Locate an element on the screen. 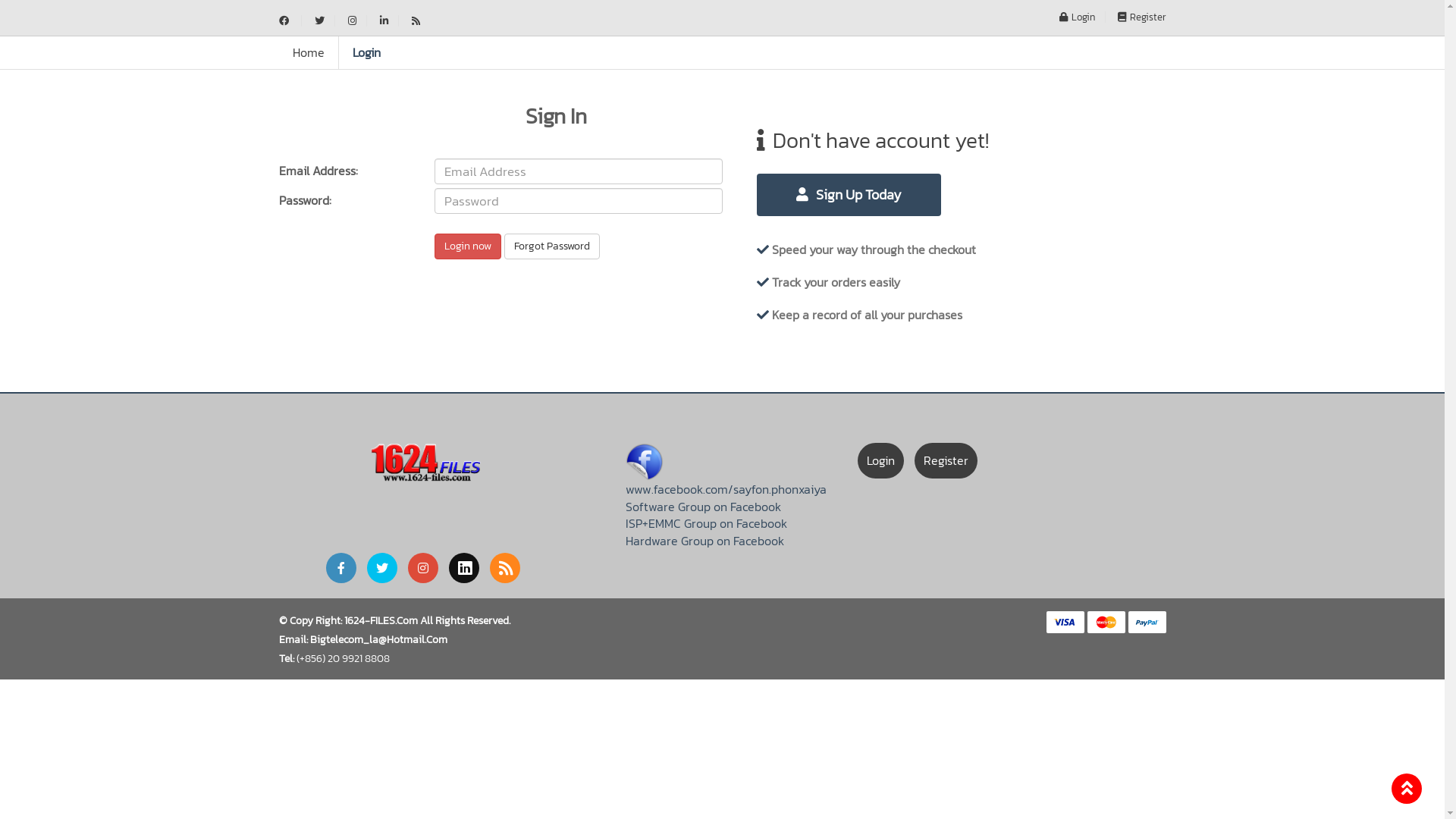 This screenshot has height=819, width=1456. 'Register' is located at coordinates (945, 460).